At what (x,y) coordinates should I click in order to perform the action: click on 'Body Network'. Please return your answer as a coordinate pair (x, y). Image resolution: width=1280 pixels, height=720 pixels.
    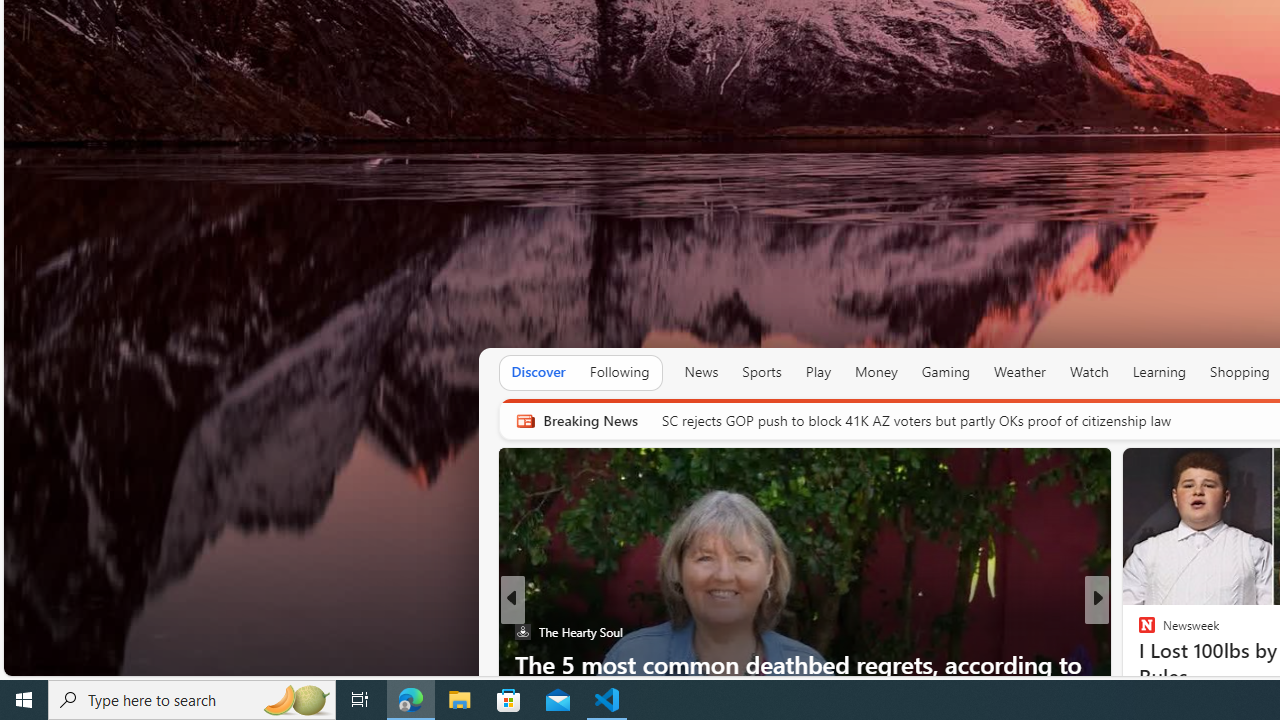
    Looking at the image, I should click on (1138, 632).